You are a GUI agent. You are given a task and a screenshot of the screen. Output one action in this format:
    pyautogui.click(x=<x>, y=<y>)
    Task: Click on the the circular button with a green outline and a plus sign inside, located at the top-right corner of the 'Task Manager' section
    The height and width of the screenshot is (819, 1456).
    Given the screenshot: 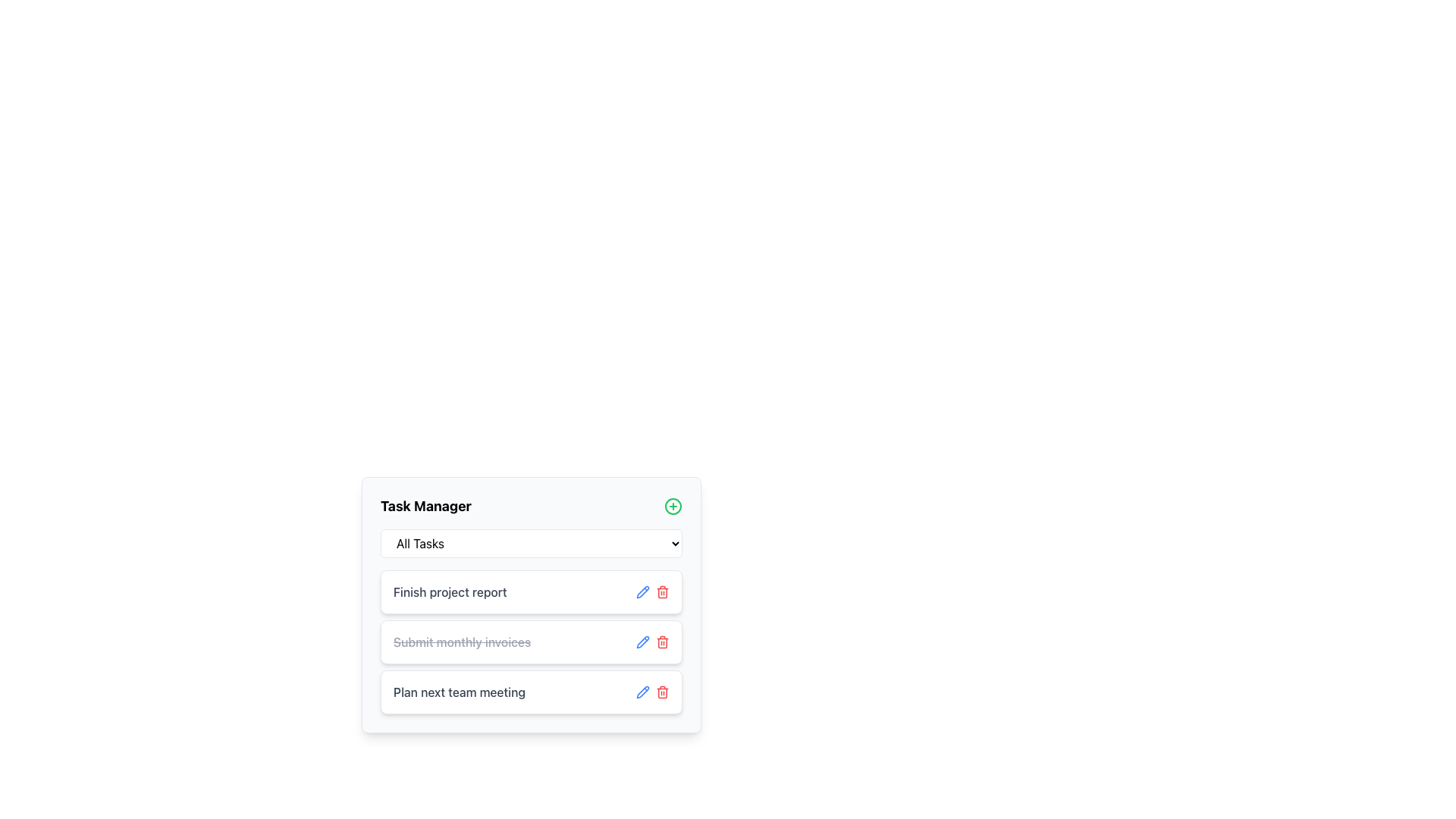 What is the action you would take?
    pyautogui.click(x=673, y=506)
    